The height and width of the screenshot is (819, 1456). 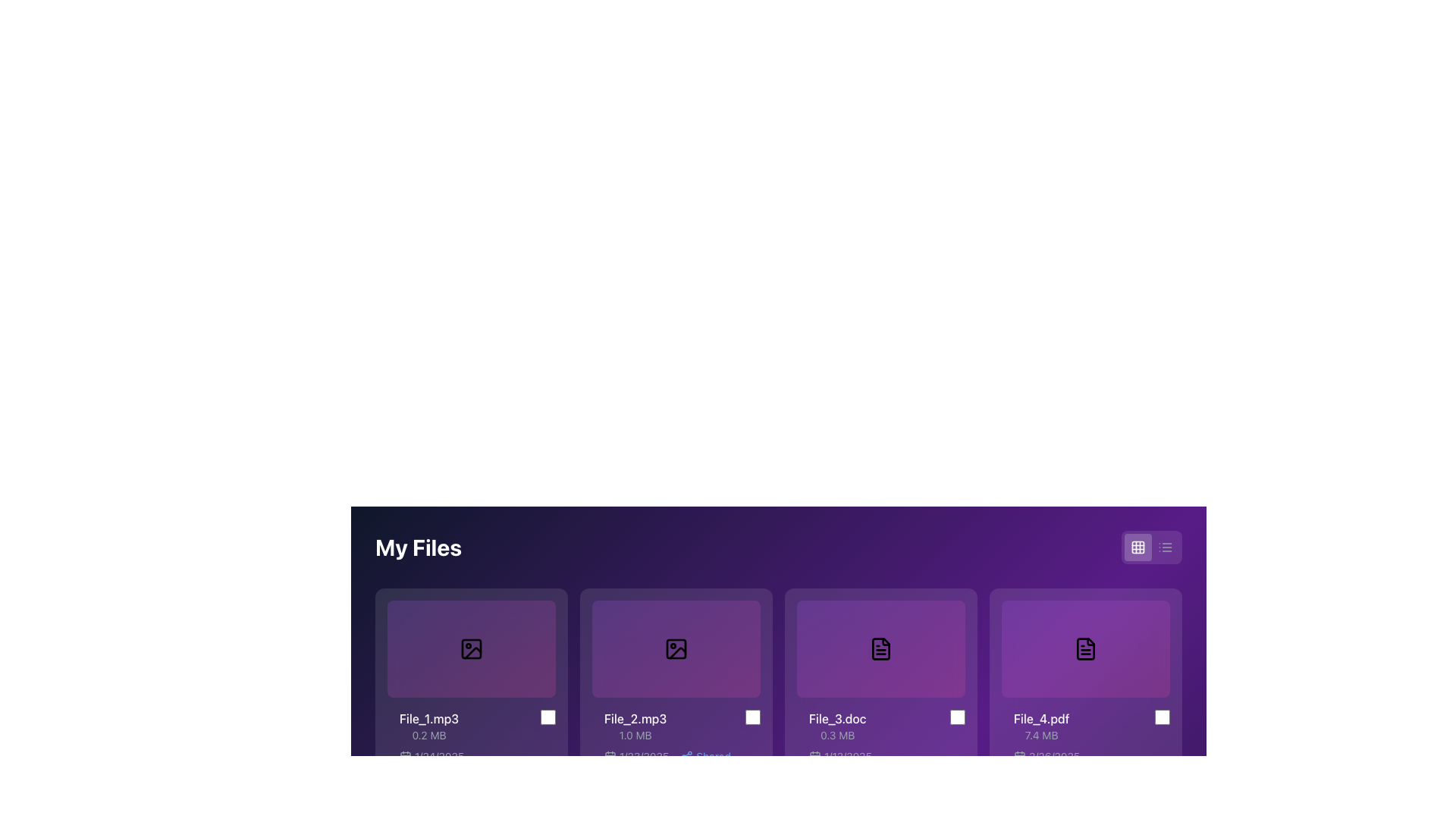 I want to click on the first Thumbnail component under 'My Files', so click(x=471, y=648).